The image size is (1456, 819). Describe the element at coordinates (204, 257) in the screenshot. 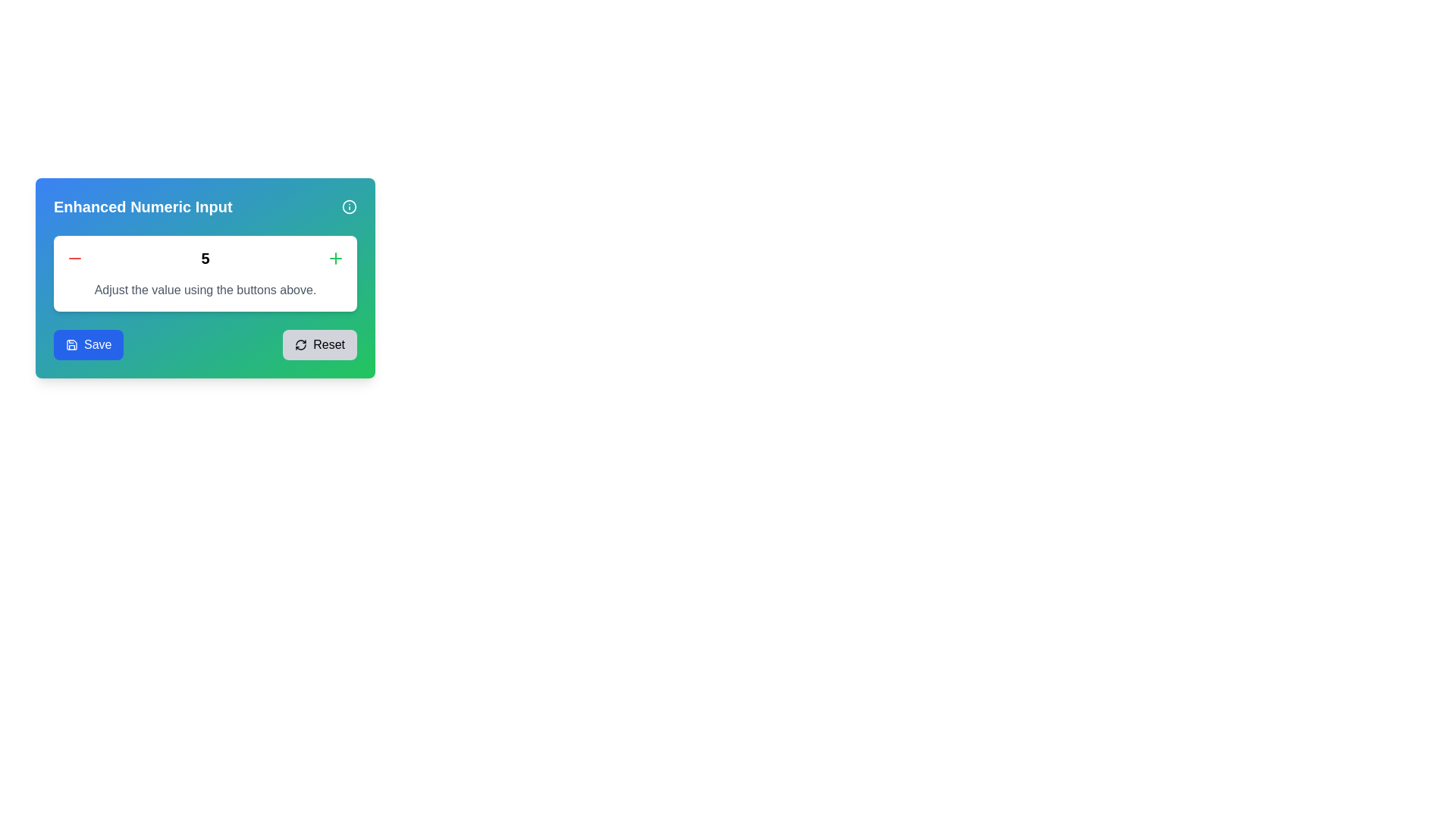

I see `the bold, black numeral '5' displayed prominently between the decrement button '-' and increment button '+' in the 'Enhanced Numeric Input' panel` at that location.